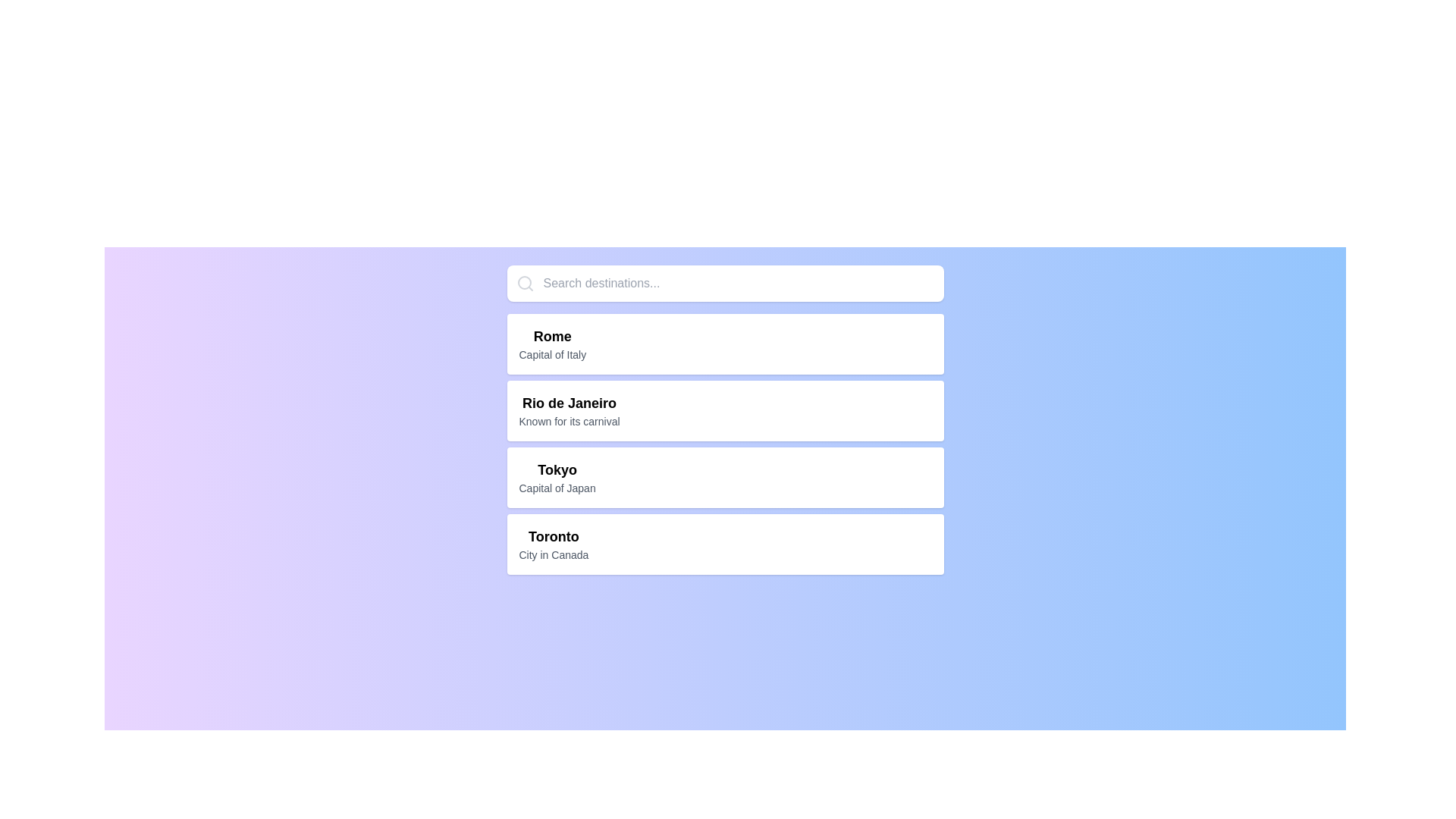 Image resolution: width=1456 pixels, height=819 pixels. Describe the element at coordinates (553, 543) in the screenshot. I see `displayed information from the static text component that shows 'Toronto' and 'City in Canada' located in the last card of the vertical list` at that location.